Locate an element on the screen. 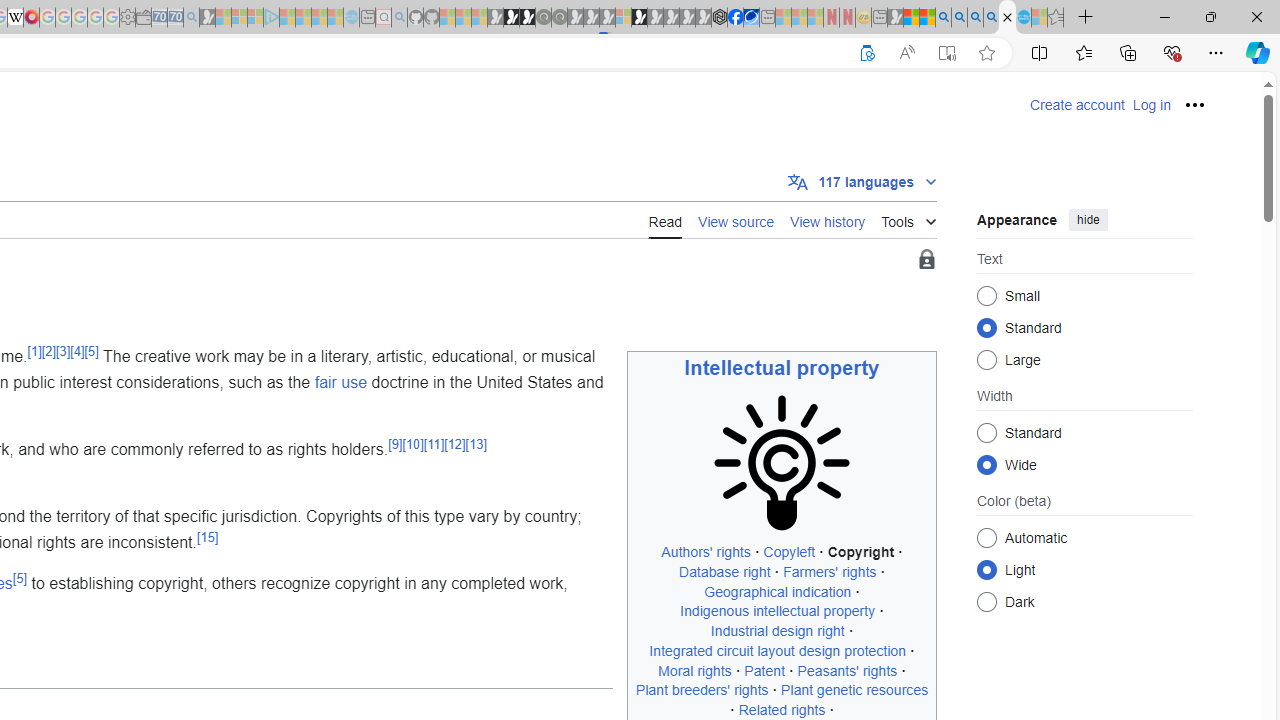 The image size is (1280, 720). 'MSN - Sleeping' is located at coordinates (894, 17).